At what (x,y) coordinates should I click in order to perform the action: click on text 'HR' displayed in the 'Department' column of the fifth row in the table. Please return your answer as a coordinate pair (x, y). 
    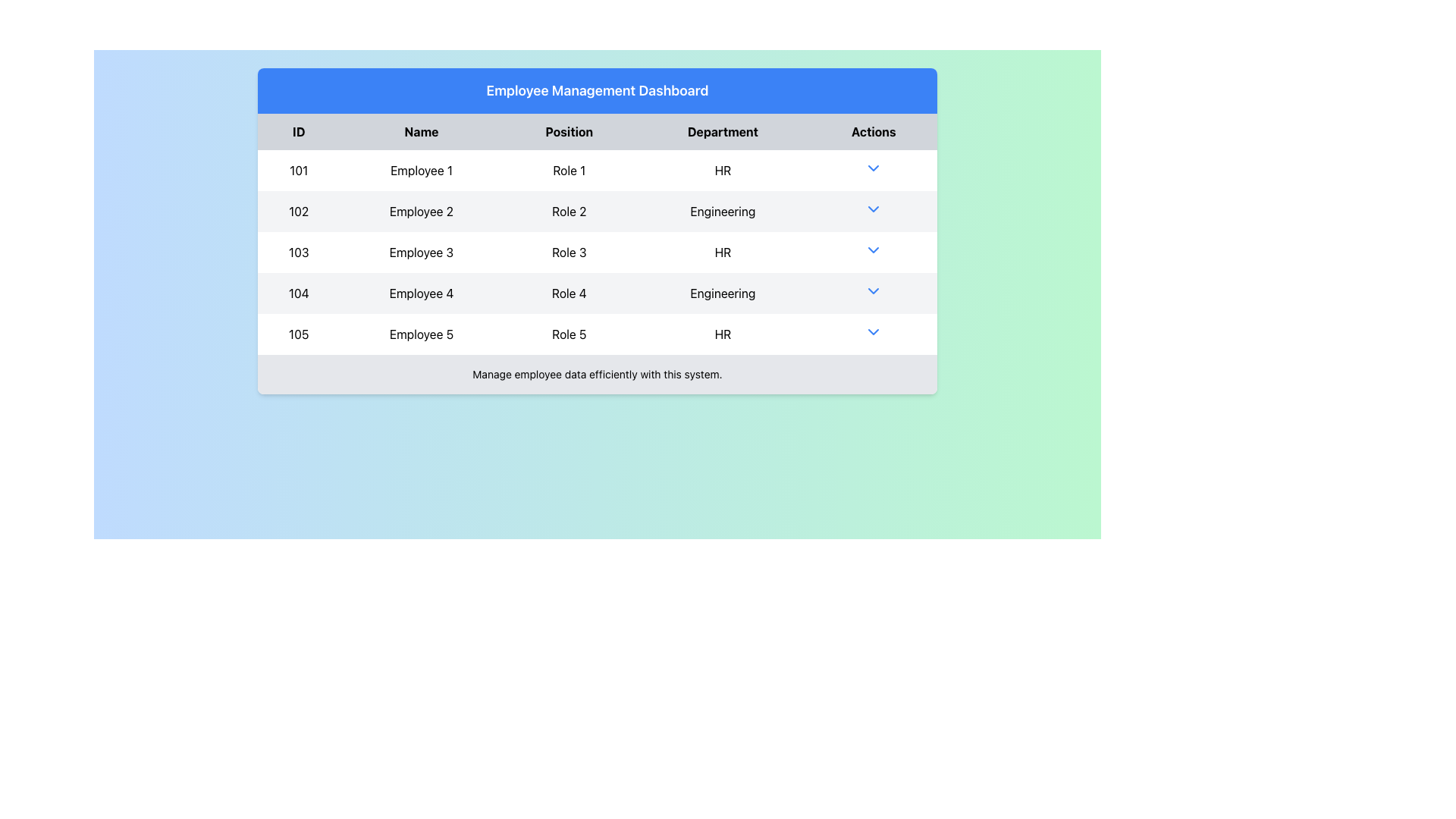
    Looking at the image, I should click on (722, 333).